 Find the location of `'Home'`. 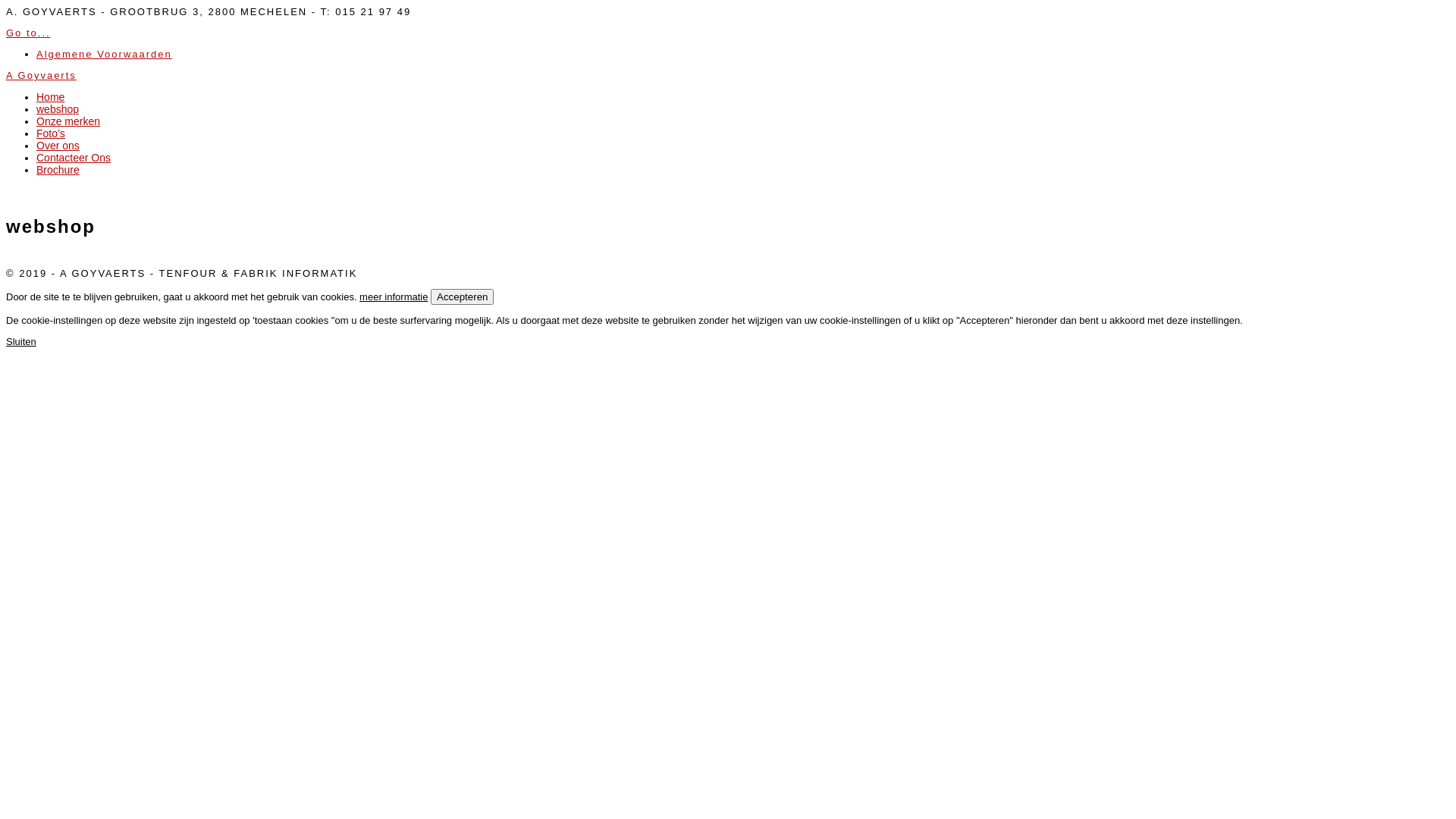

'Home' is located at coordinates (50, 96).